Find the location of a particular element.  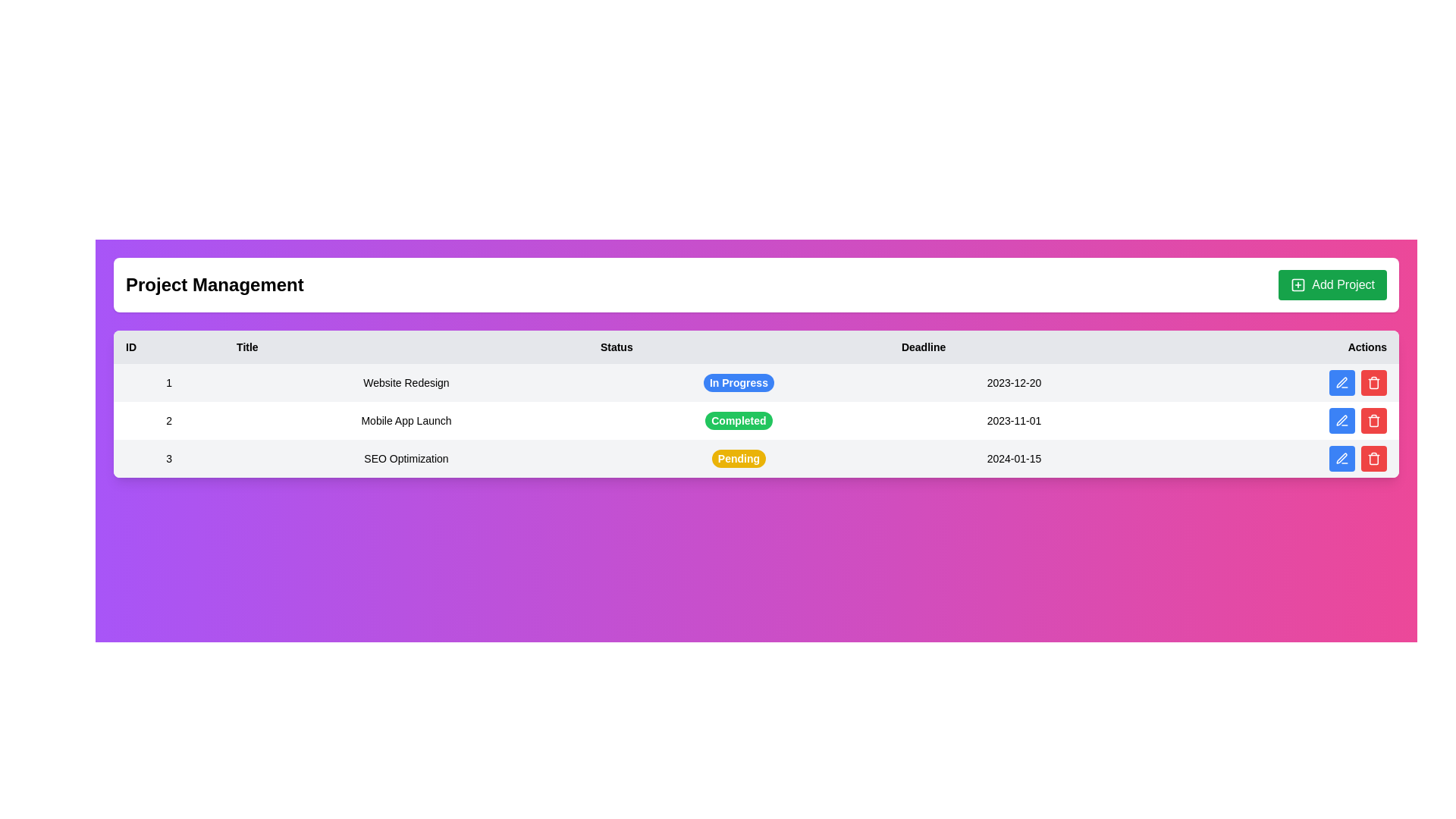

the delete button with a trash can icon located in the 'Actions' column of the table, specifically the third red button from the top, aligned to the right side of the row for 'SEO Optimization.' is located at coordinates (1373, 458).